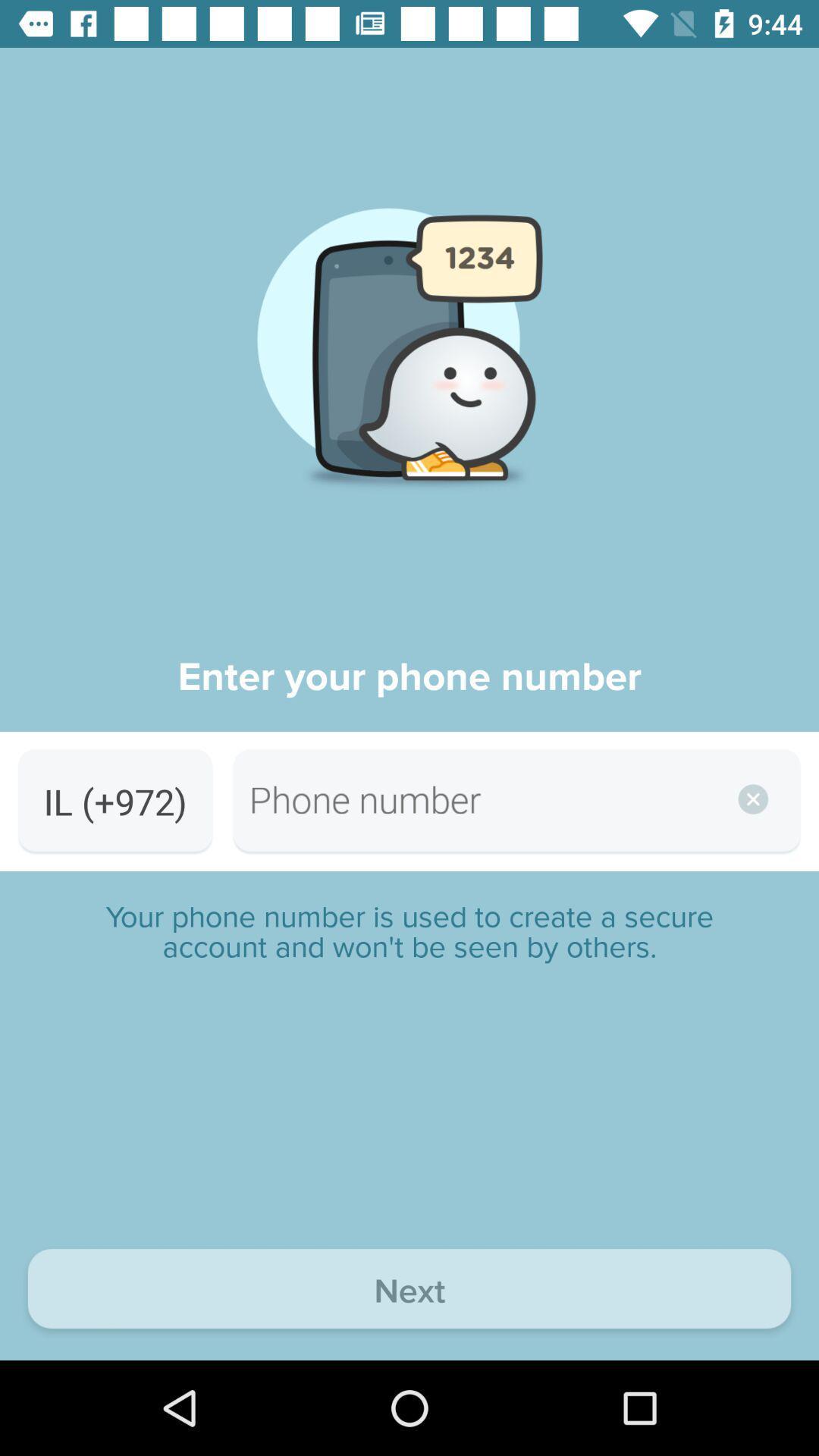 The height and width of the screenshot is (1456, 819). Describe the element at coordinates (409, 1291) in the screenshot. I see `the next item` at that location.